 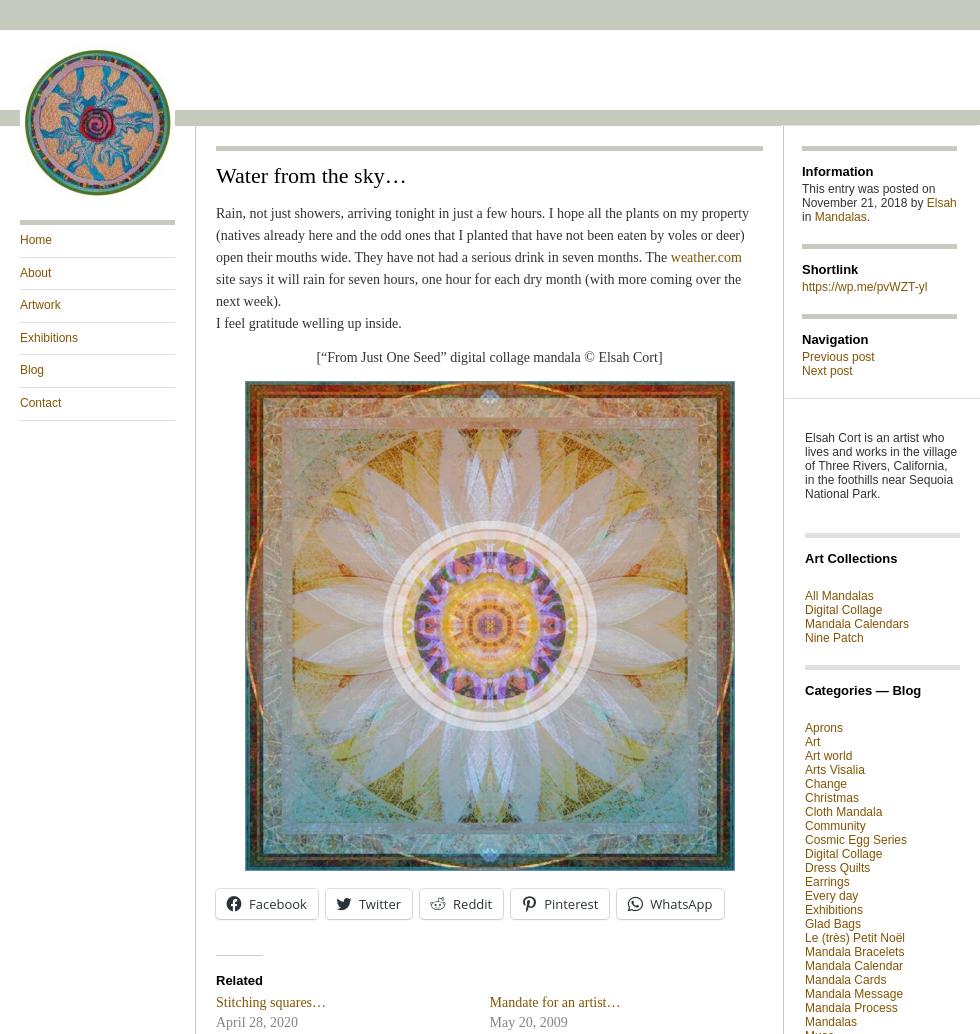 What do you see at coordinates (482, 235) in the screenshot?
I see `'Rain, not just showers, arriving tonight in just a few hours. I hope all the plants on my property (natives already here and the odd ones that I planted that have not been eaten by voles or deer) open their mouths wide. They have not had a serious drink in seven months. The'` at bounding box center [482, 235].